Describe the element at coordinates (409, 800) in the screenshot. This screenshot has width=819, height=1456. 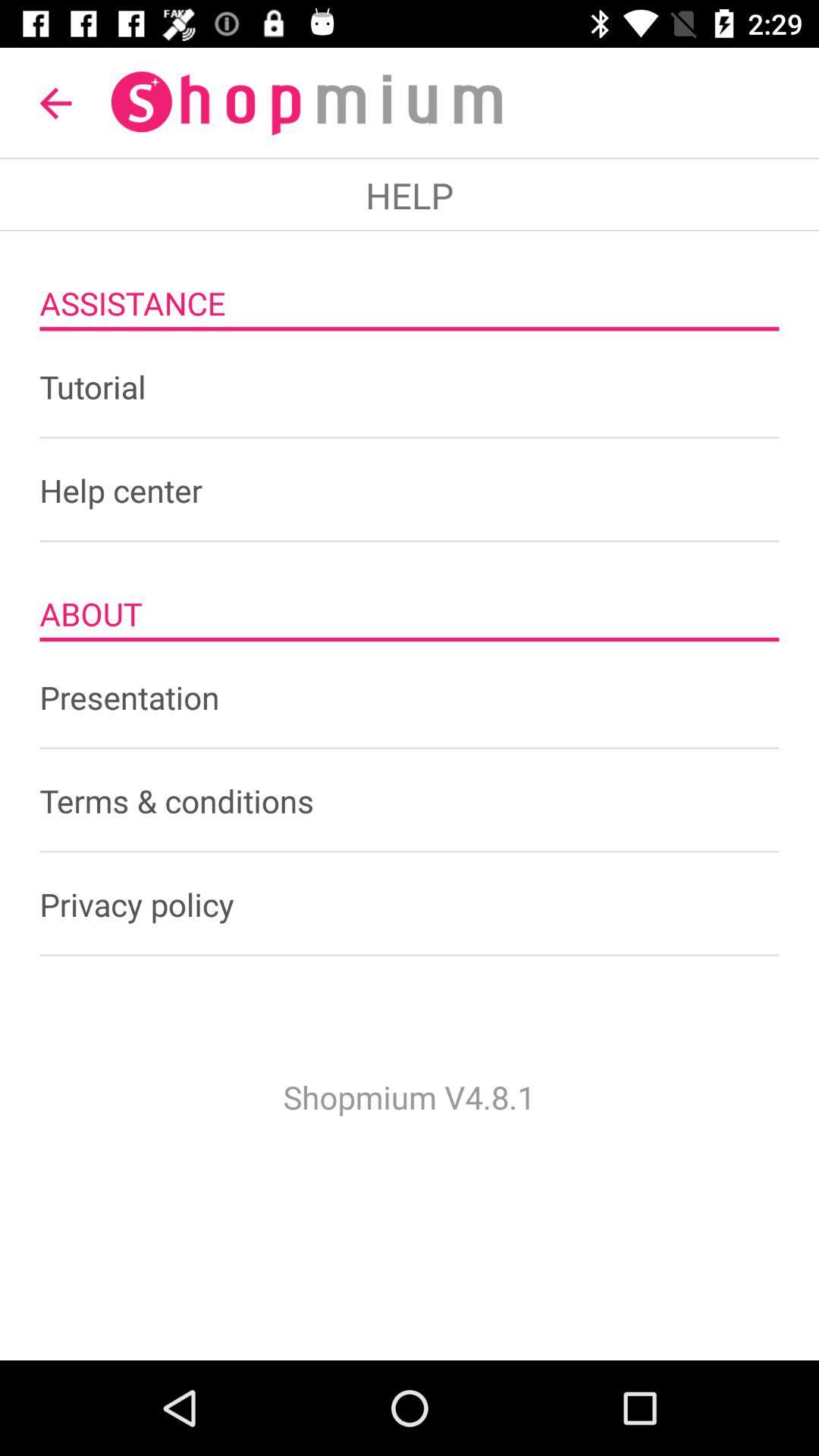
I see `the terms & conditions icon` at that location.